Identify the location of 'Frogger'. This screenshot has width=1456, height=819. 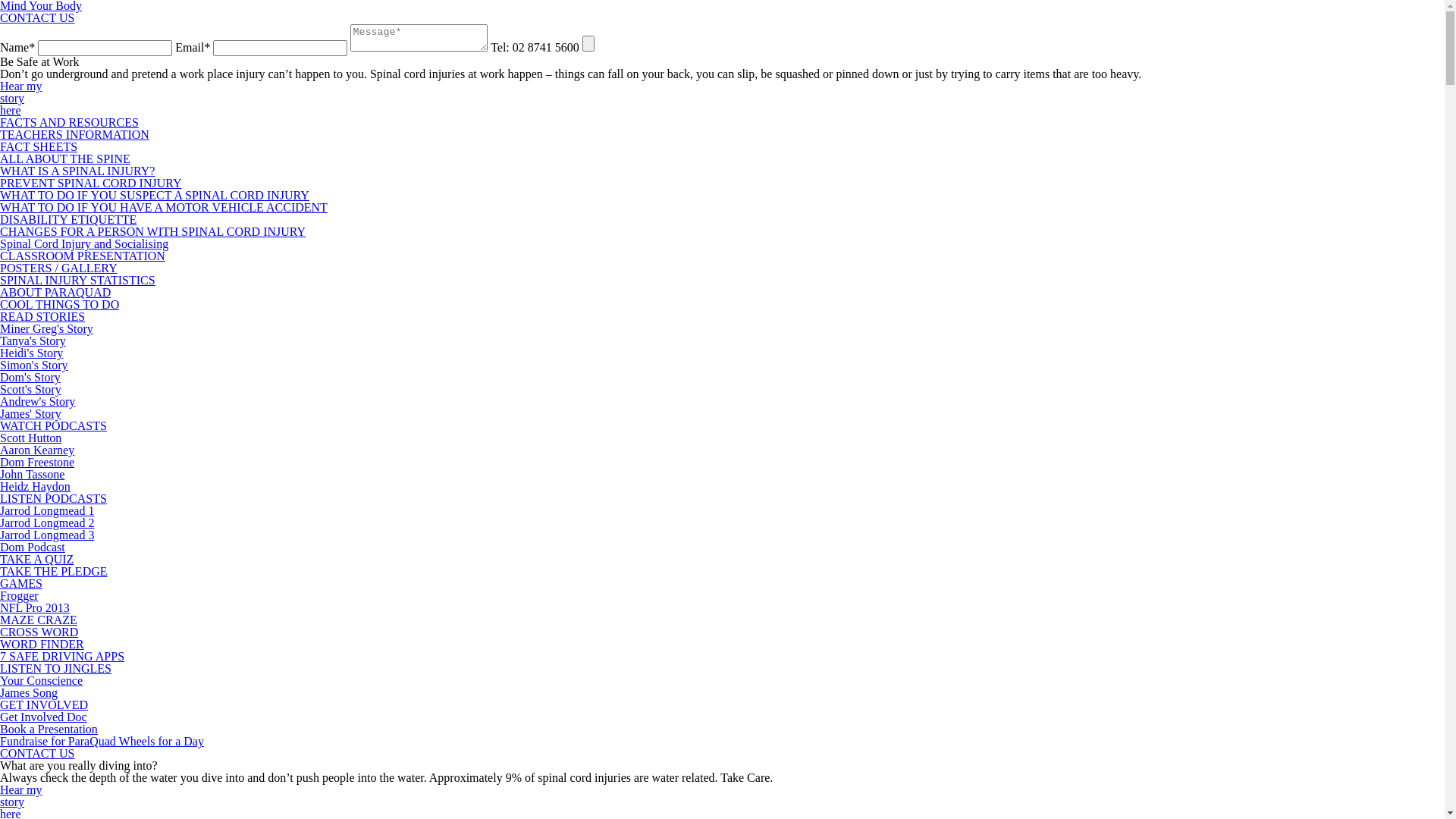
(19, 595).